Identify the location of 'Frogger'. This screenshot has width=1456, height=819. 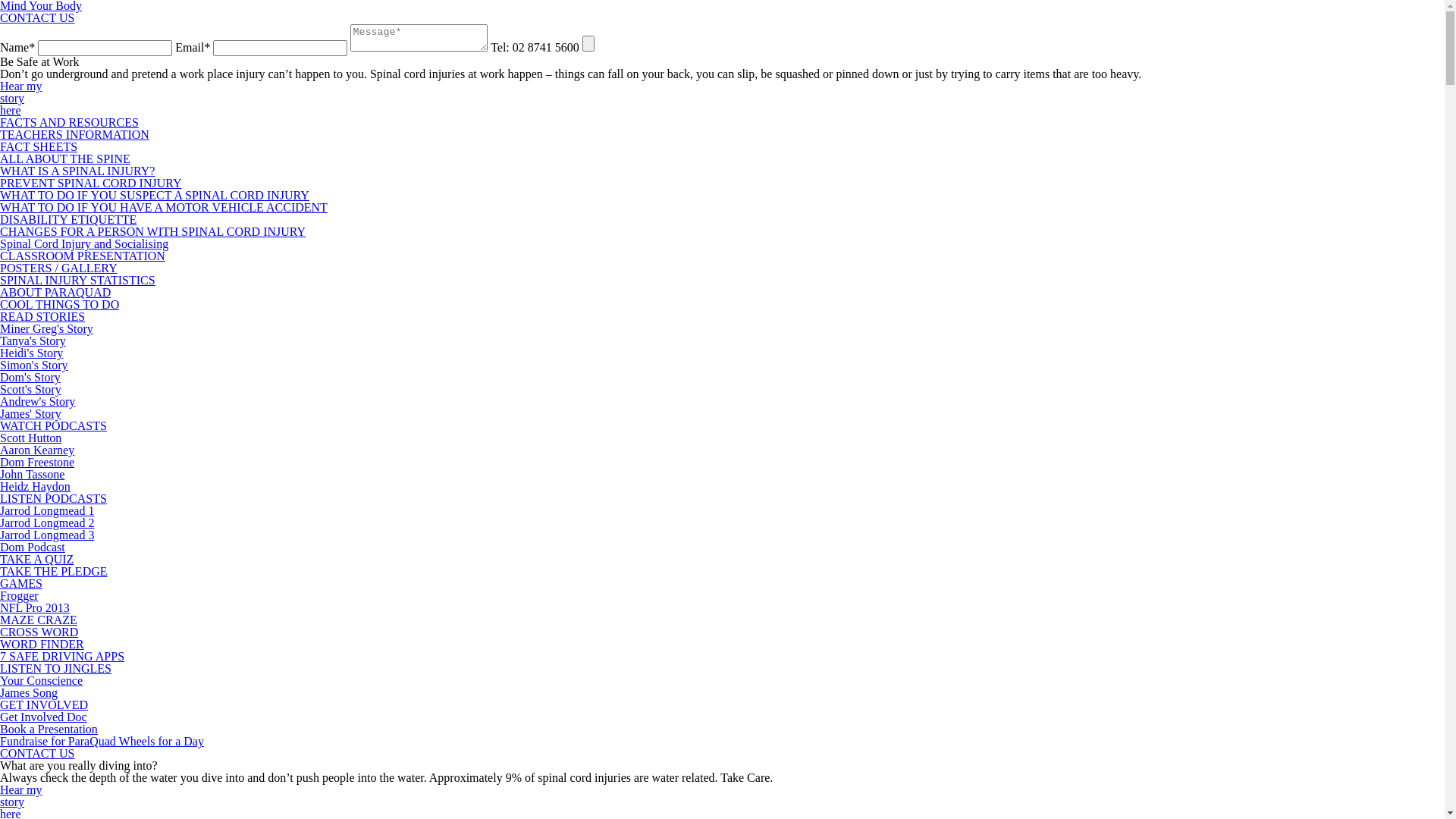
(19, 595).